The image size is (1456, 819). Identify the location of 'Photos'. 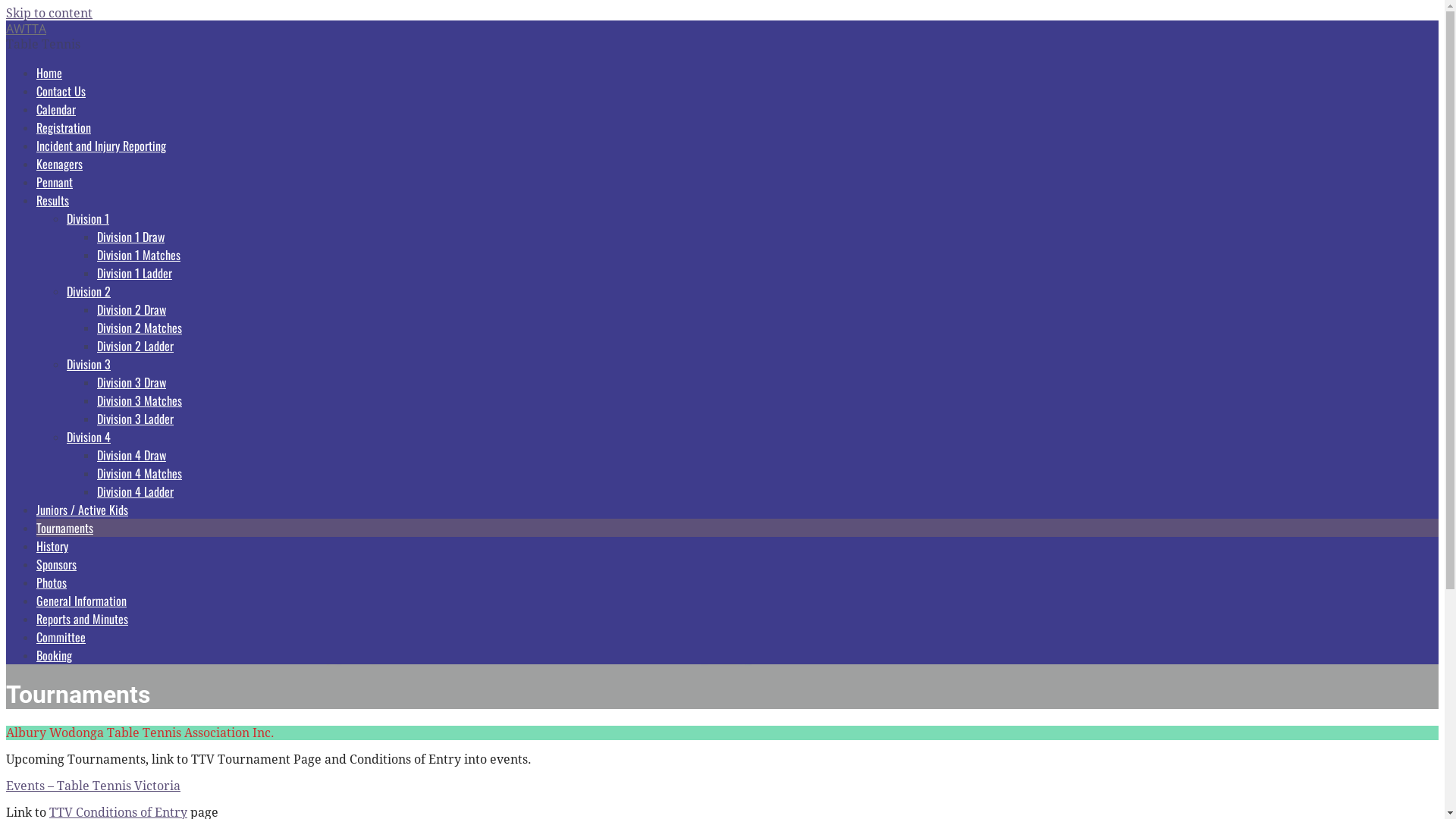
(51, 581).